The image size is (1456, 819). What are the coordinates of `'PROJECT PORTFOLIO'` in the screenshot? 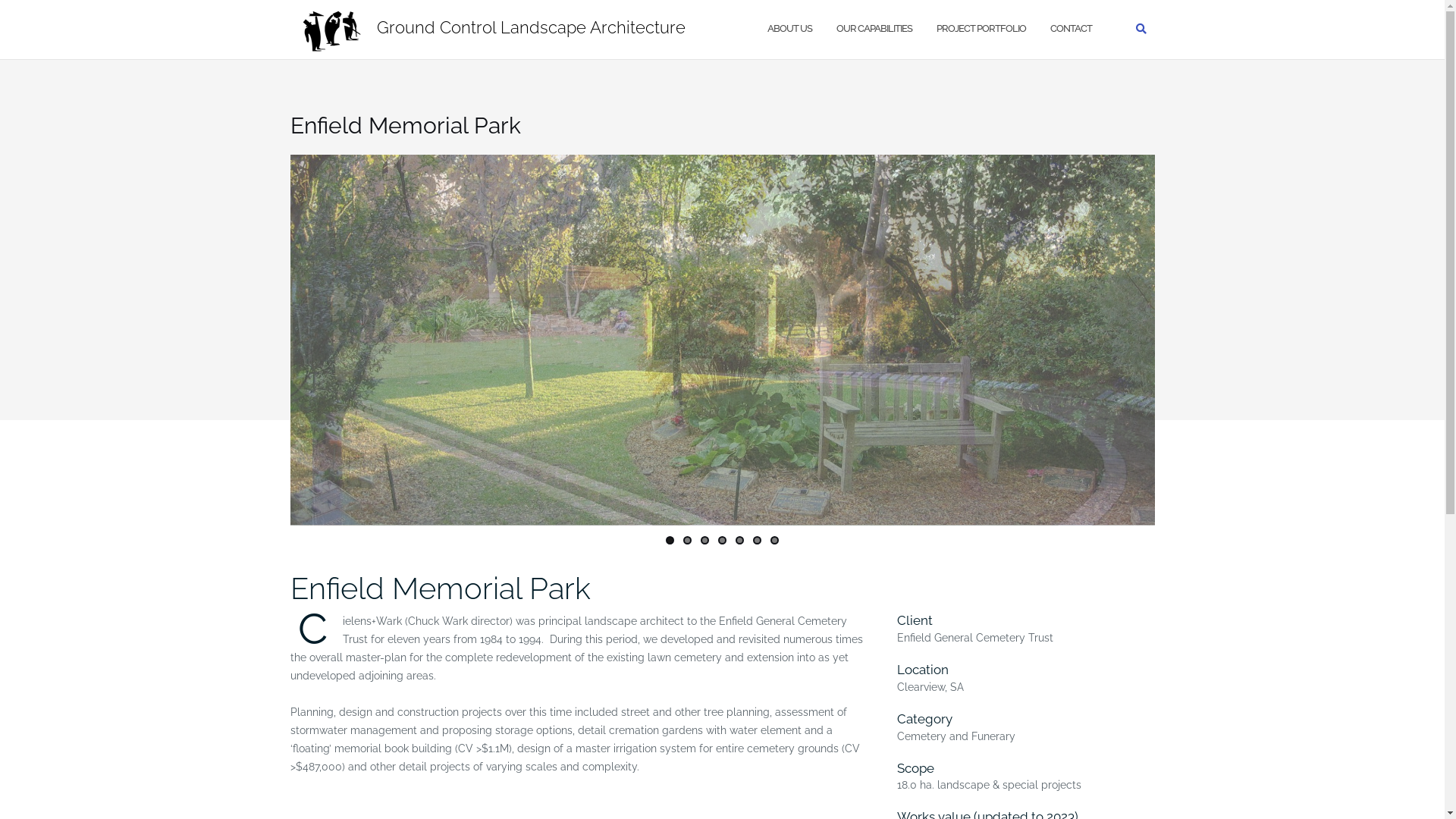 It's located at (980, 29).